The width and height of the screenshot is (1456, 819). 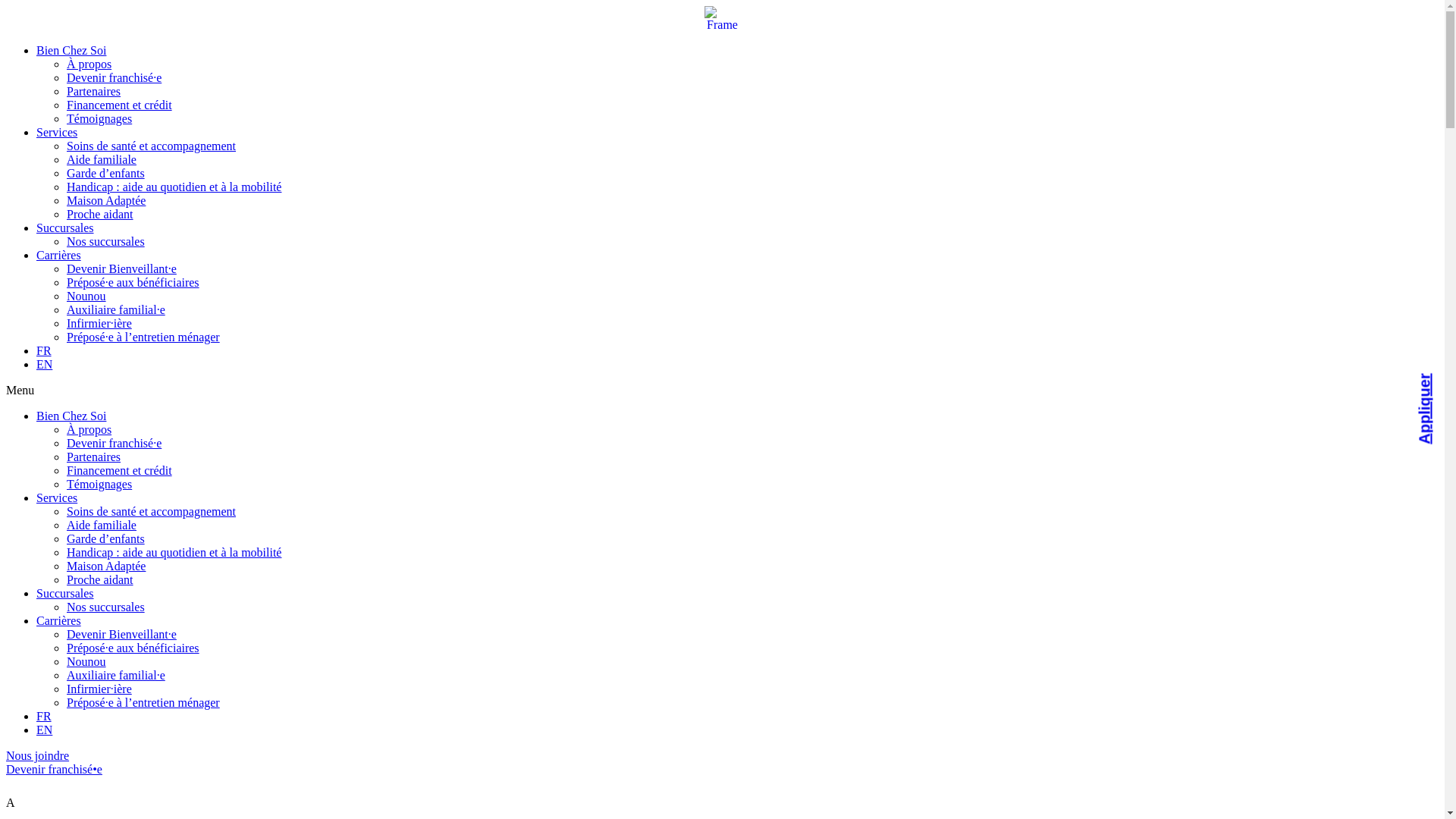 I want to click on 'Services', so click(x=57, y=131).